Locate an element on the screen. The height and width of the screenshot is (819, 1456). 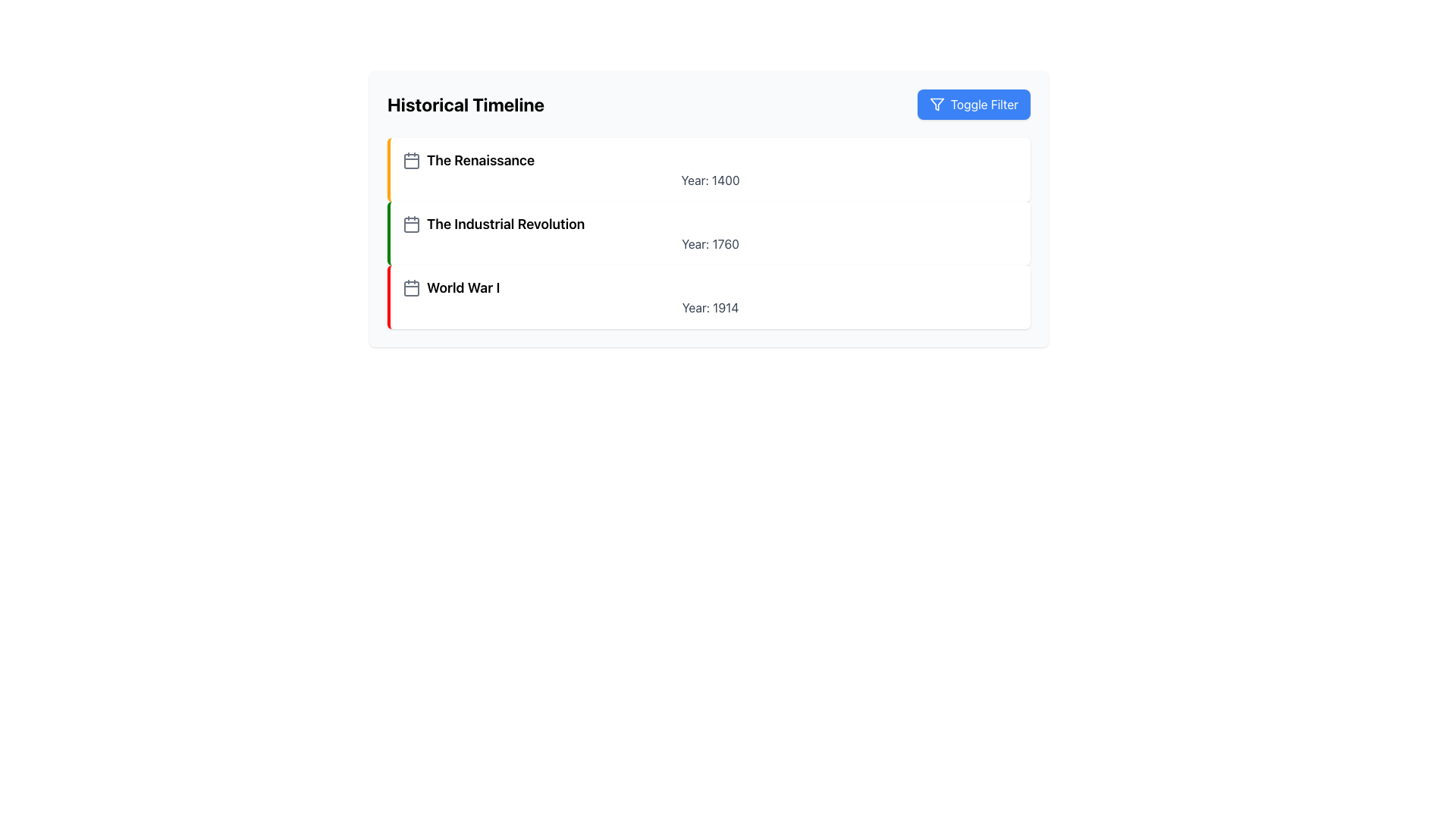
the informational card displaying 'The Renaissance' with the highlight year '1400', which is the first card in the vertical timeline list is located at coordinates (708, 169).